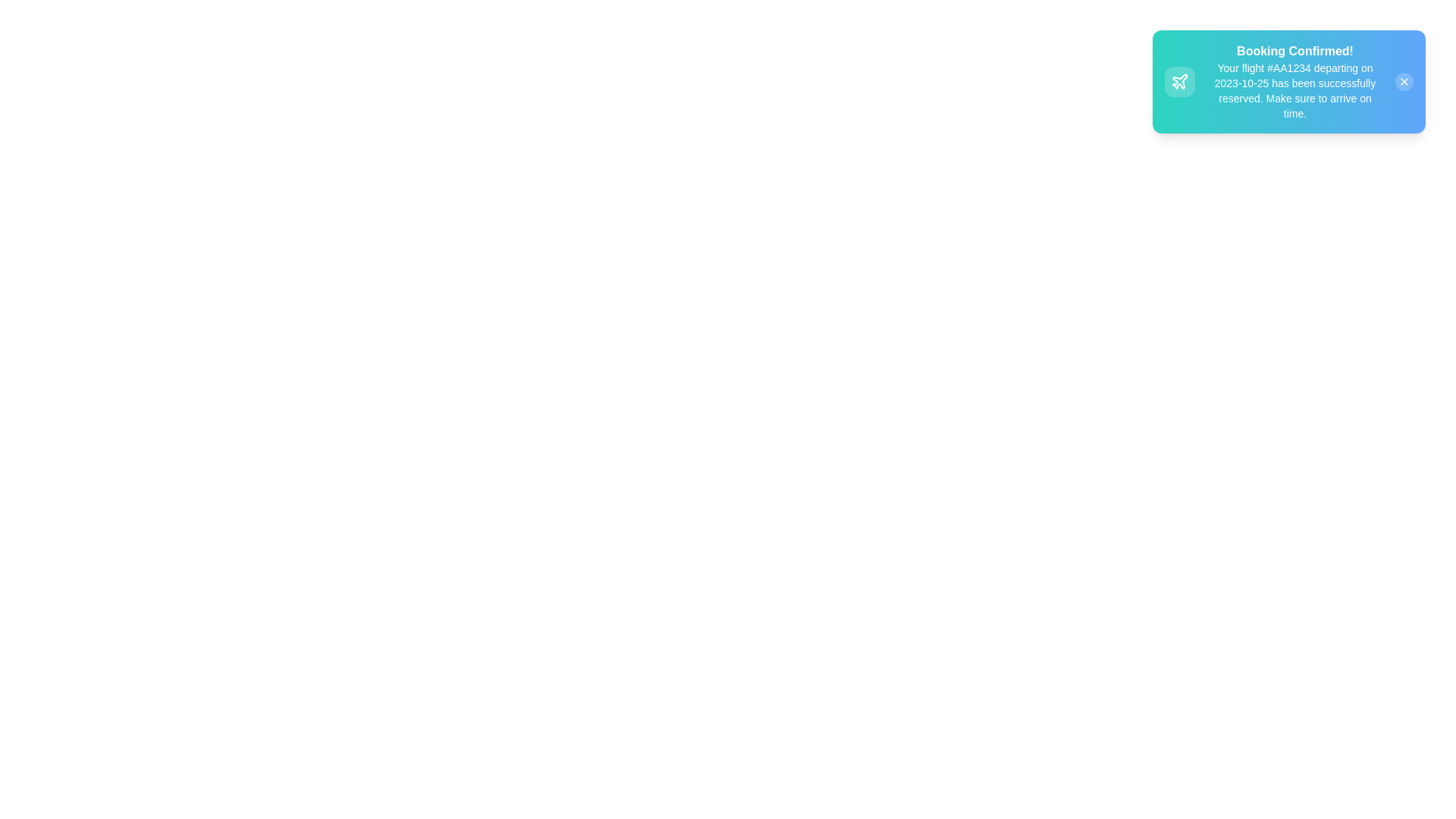  Describe the element at coordinates (1294, 90) in the screenshot. I see `the text label that contains detailed information about the flight reservation, positioned below the 'Booking Confirmed!' header in the notification box` at that location.